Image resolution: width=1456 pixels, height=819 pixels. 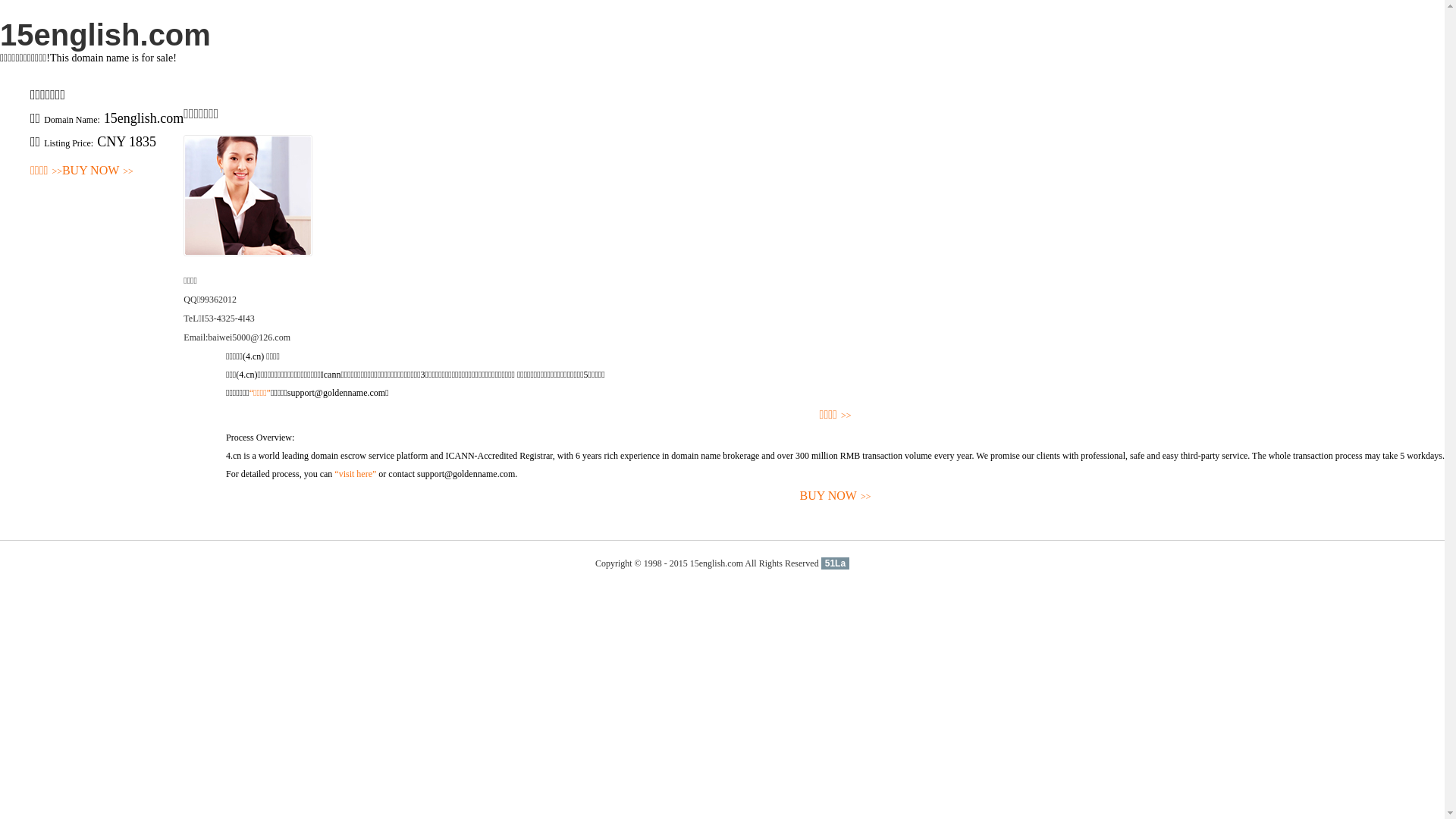 What do you see at coordinates (834, 496) in the screenshot?
I see `'BUY NOW>>'` at bounding box center [834, 496].